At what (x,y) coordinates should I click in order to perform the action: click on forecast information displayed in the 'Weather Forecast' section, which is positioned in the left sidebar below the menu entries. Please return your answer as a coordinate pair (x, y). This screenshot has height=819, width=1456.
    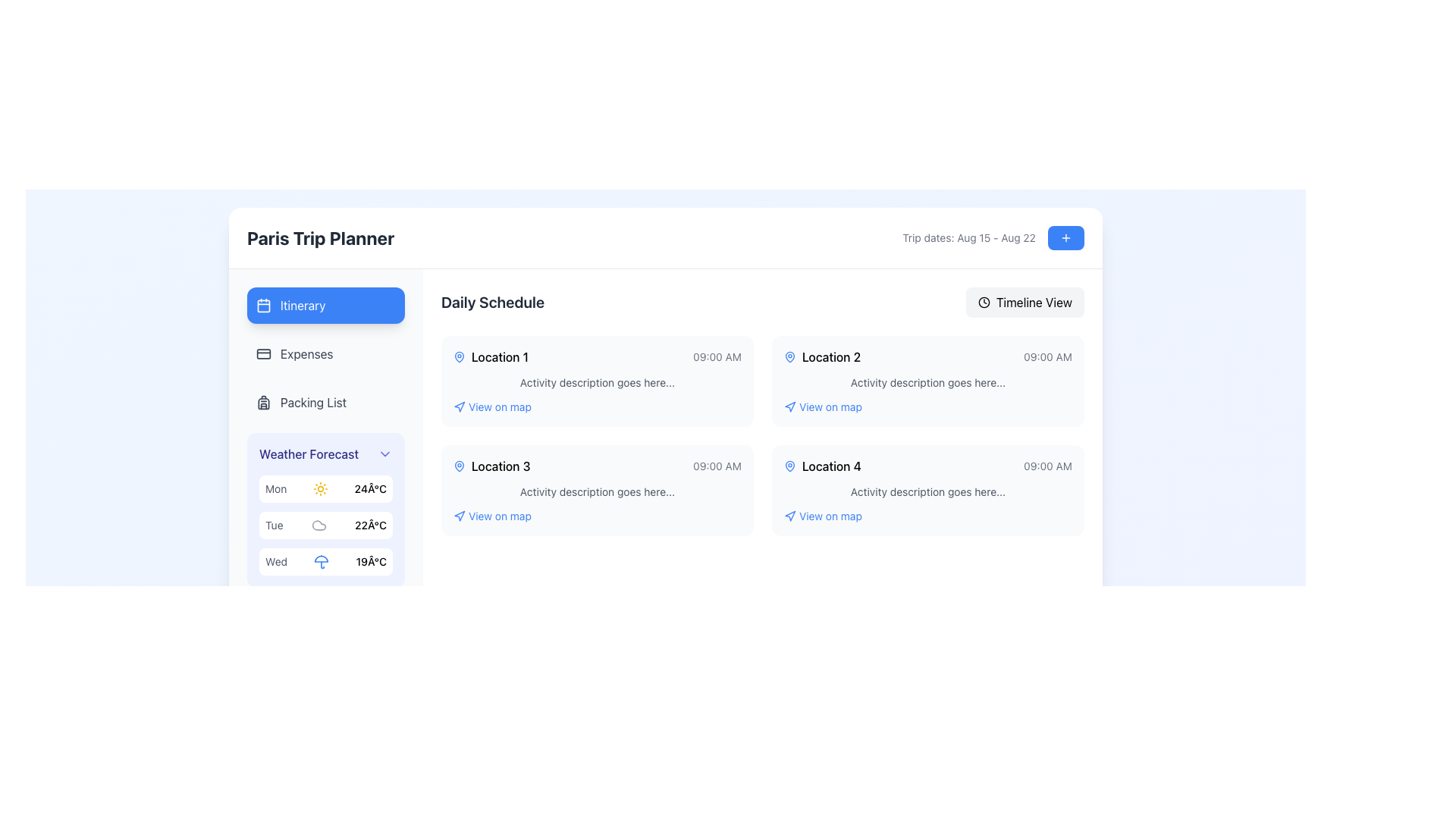
    Looking at the image, I should click on (325, 510).